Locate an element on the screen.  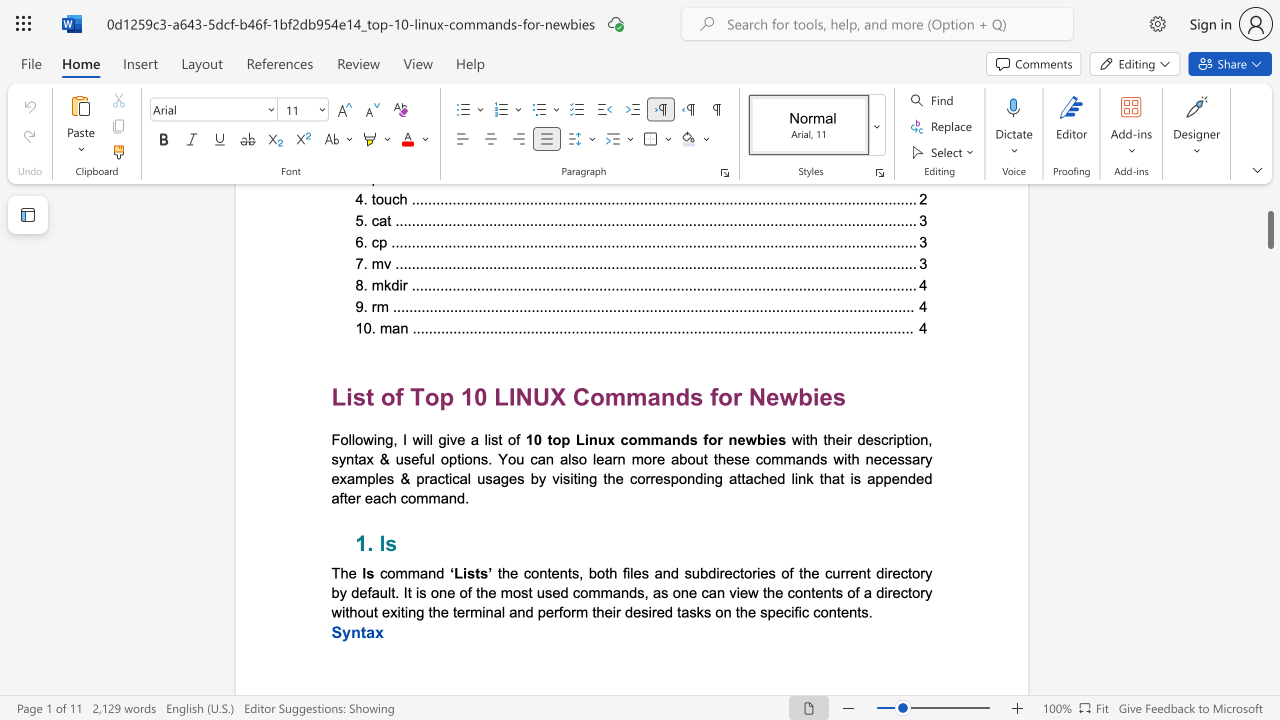
the subset text "ds f" within the text "10 top Linux commands for newbies" is located at coordinates (680, 438).